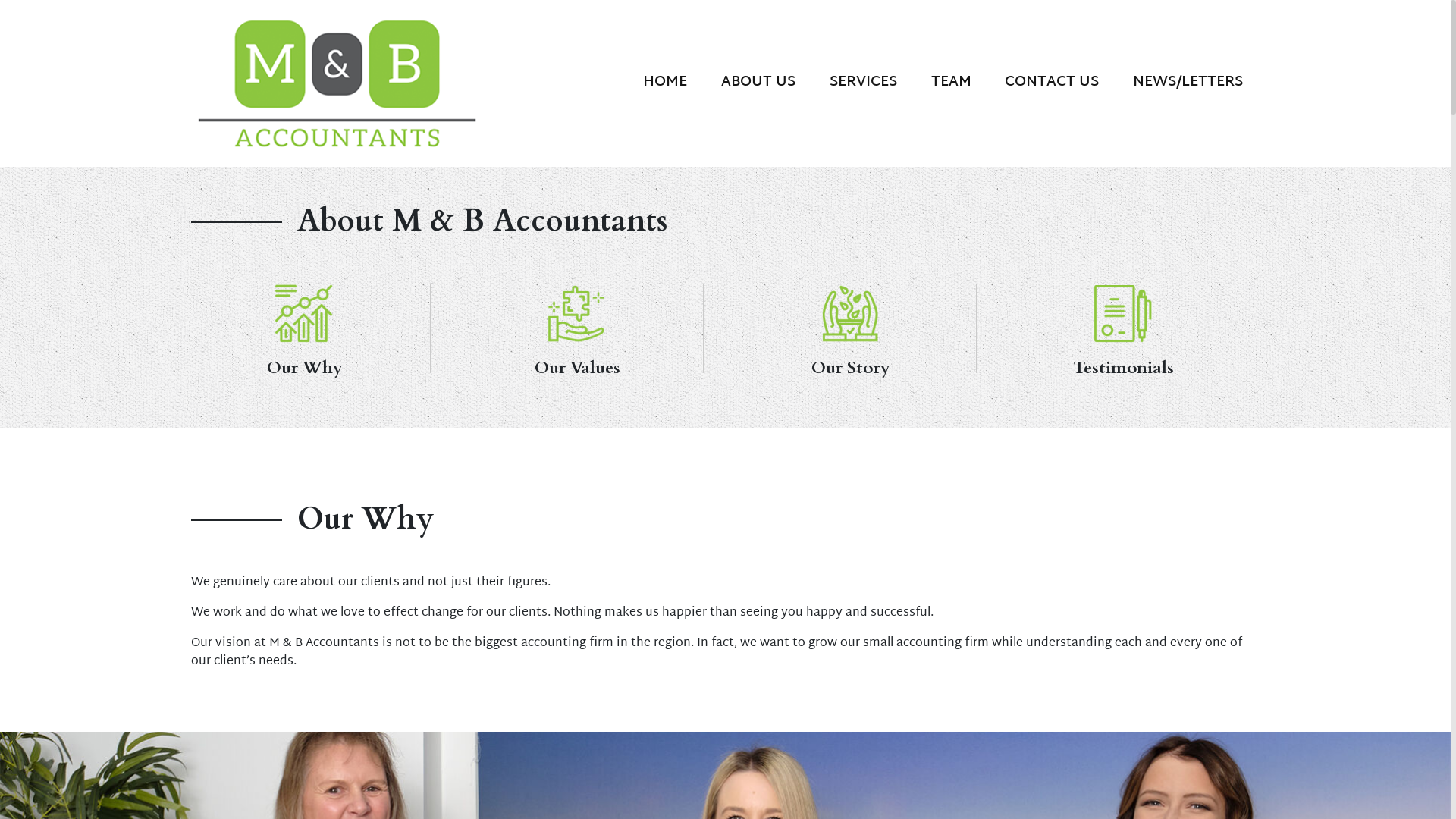 The height and width of the screenshot is (819, 1456). Describe the element at coordinates (626, 81) in the screenshot. I see `'HOME'` at that location.